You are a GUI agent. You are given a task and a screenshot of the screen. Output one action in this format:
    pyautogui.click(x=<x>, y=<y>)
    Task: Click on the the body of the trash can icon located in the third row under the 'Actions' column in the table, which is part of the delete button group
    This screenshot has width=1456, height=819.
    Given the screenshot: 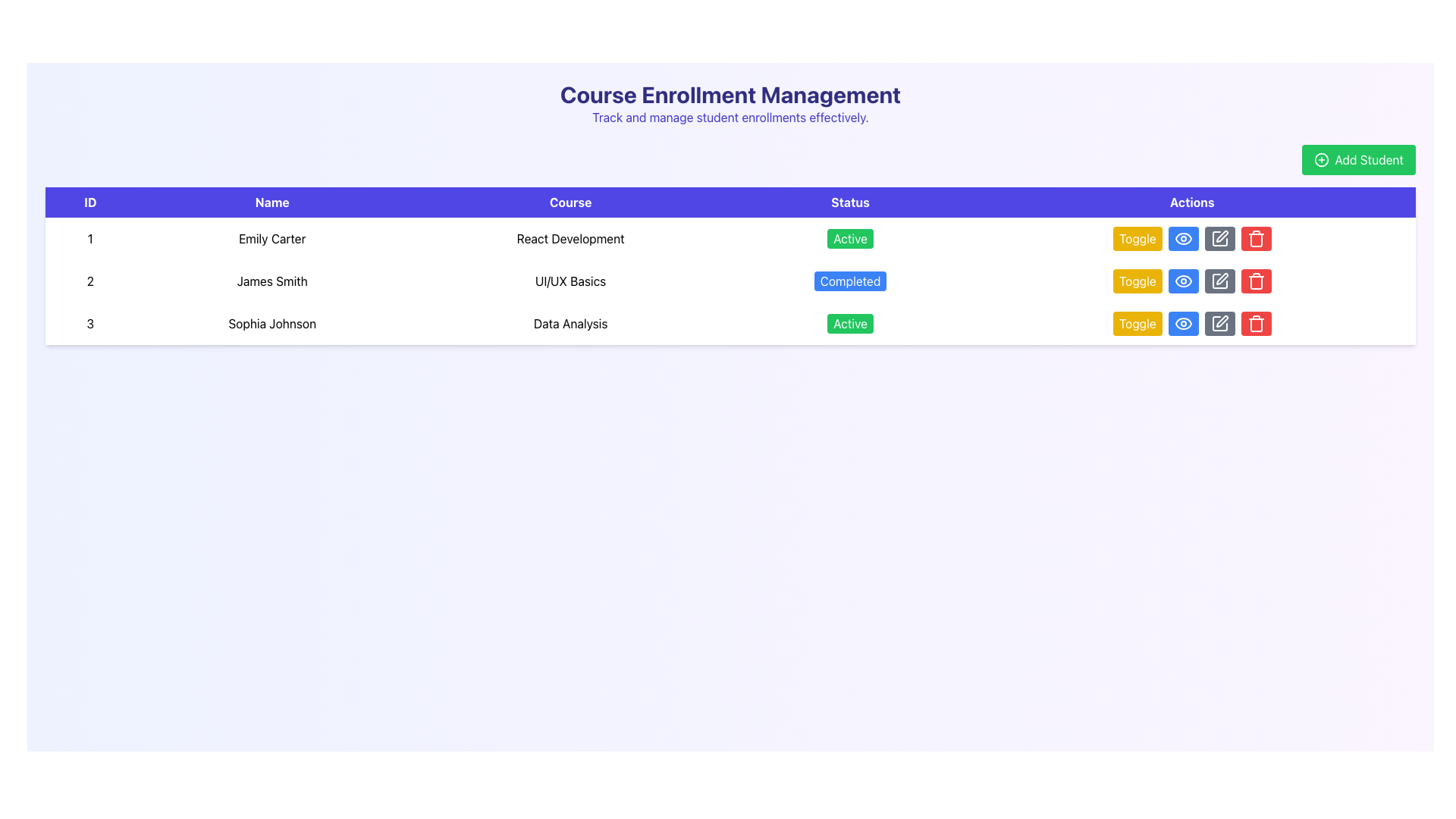 What is the action you would take?
    pyautogui.click(x=1256, y=324)
    